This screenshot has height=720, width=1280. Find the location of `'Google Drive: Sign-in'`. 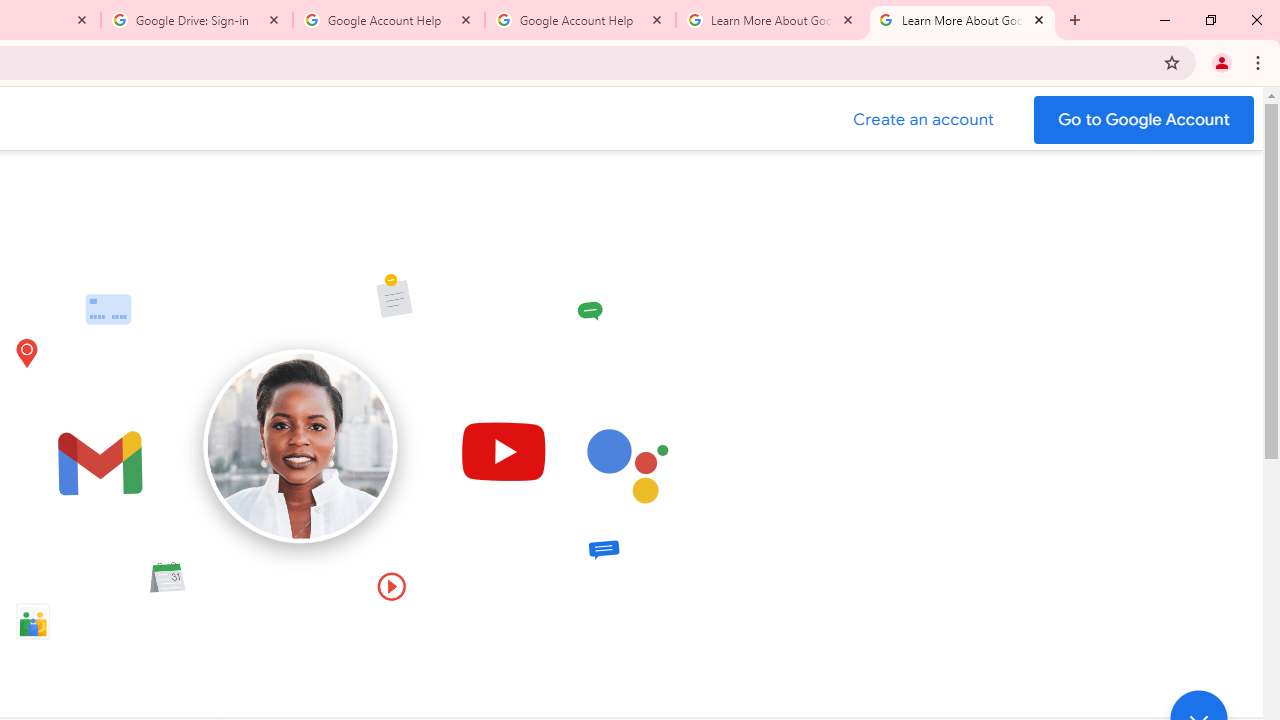

'Google Drive: Sign-in' is located at coordinates (197, 20).